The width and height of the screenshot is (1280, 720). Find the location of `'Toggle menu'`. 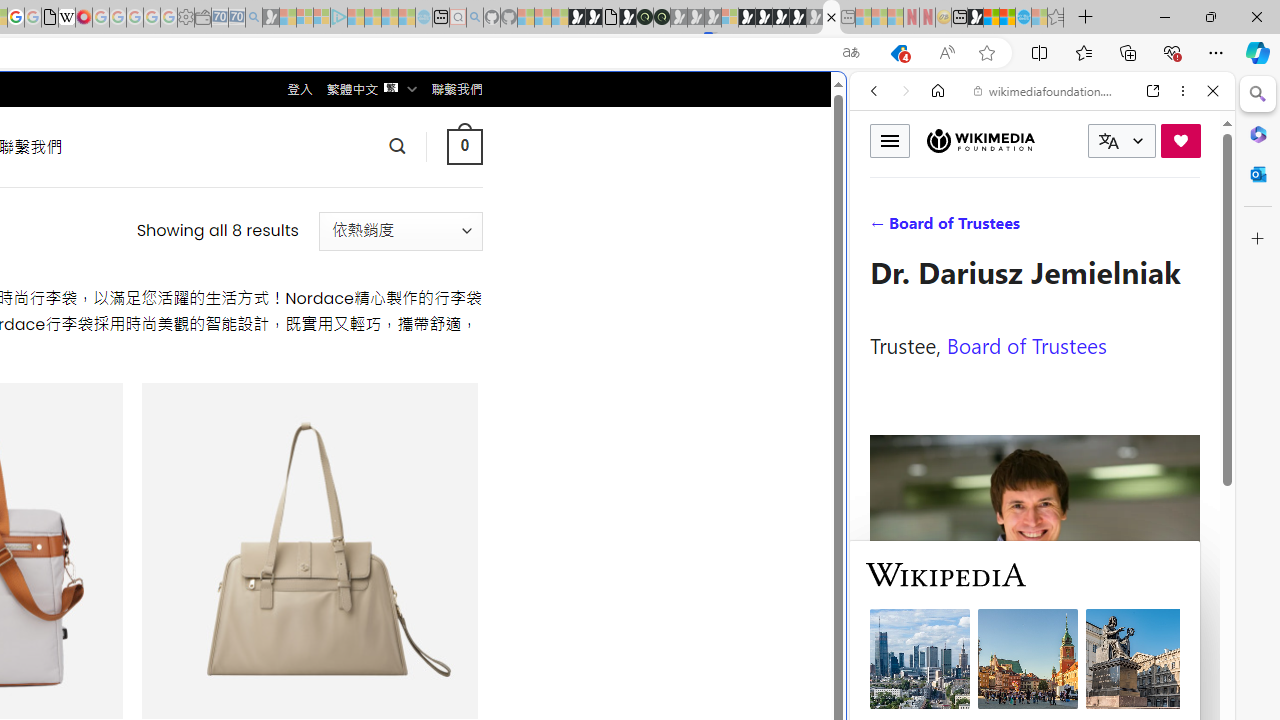

'Toggle menu' is located at coordinates (889, 139).